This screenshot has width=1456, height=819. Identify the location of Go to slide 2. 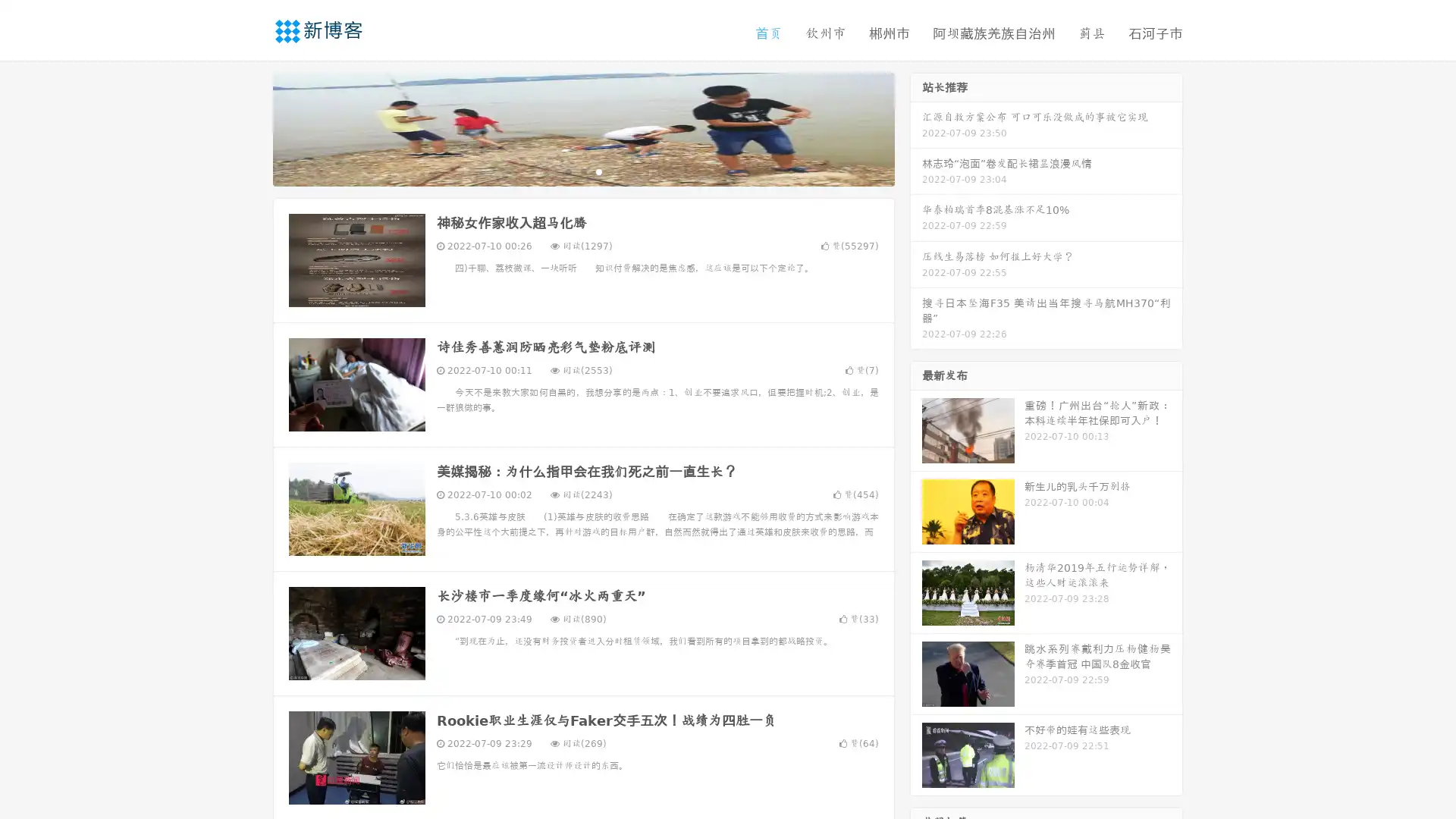
(582, 171).